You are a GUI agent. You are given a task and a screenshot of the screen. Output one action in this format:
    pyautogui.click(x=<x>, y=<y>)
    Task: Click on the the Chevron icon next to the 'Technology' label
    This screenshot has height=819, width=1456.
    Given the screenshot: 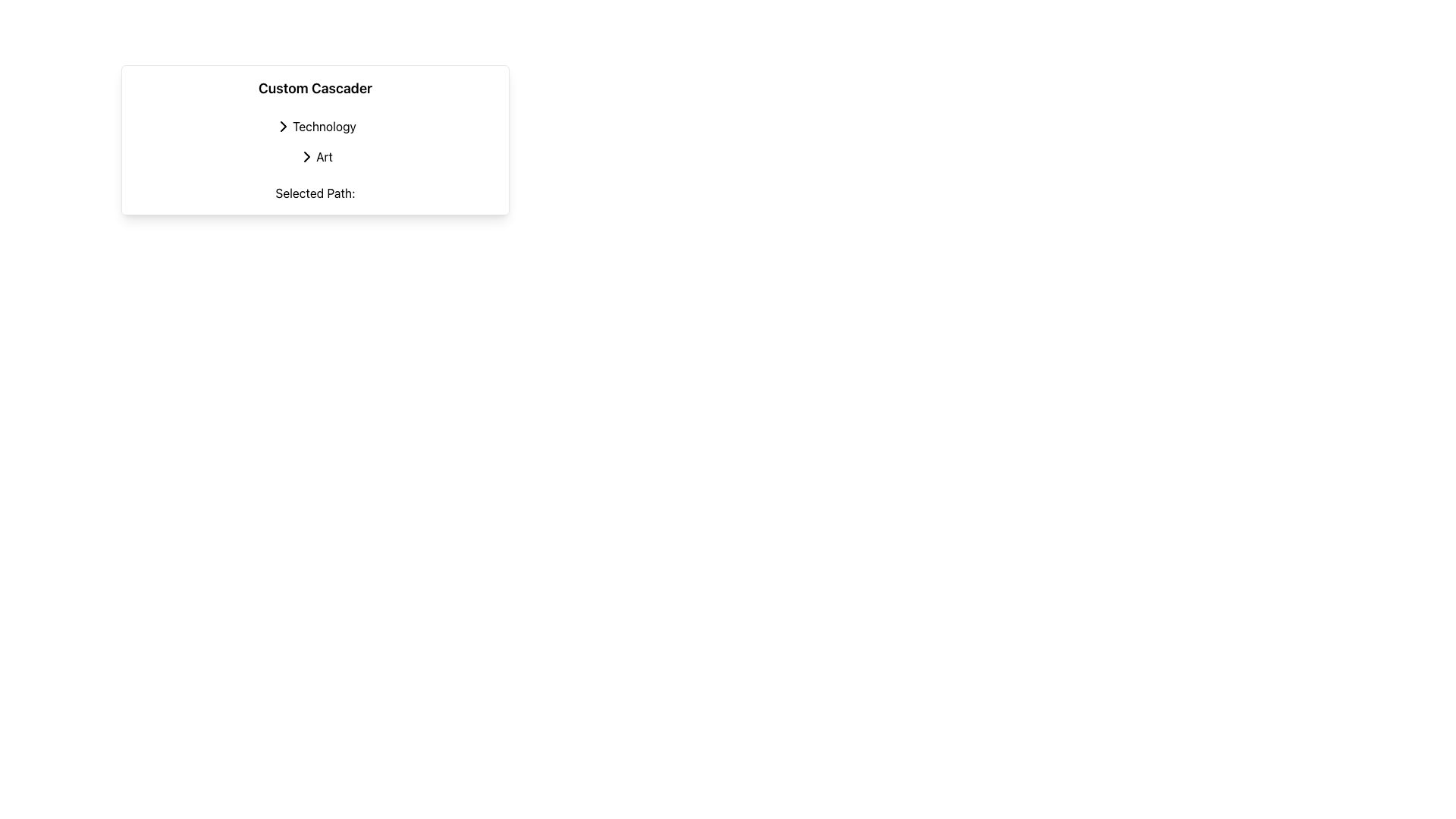 What is the action you would take?
    pyautogui.click(x=284, y=125)
    